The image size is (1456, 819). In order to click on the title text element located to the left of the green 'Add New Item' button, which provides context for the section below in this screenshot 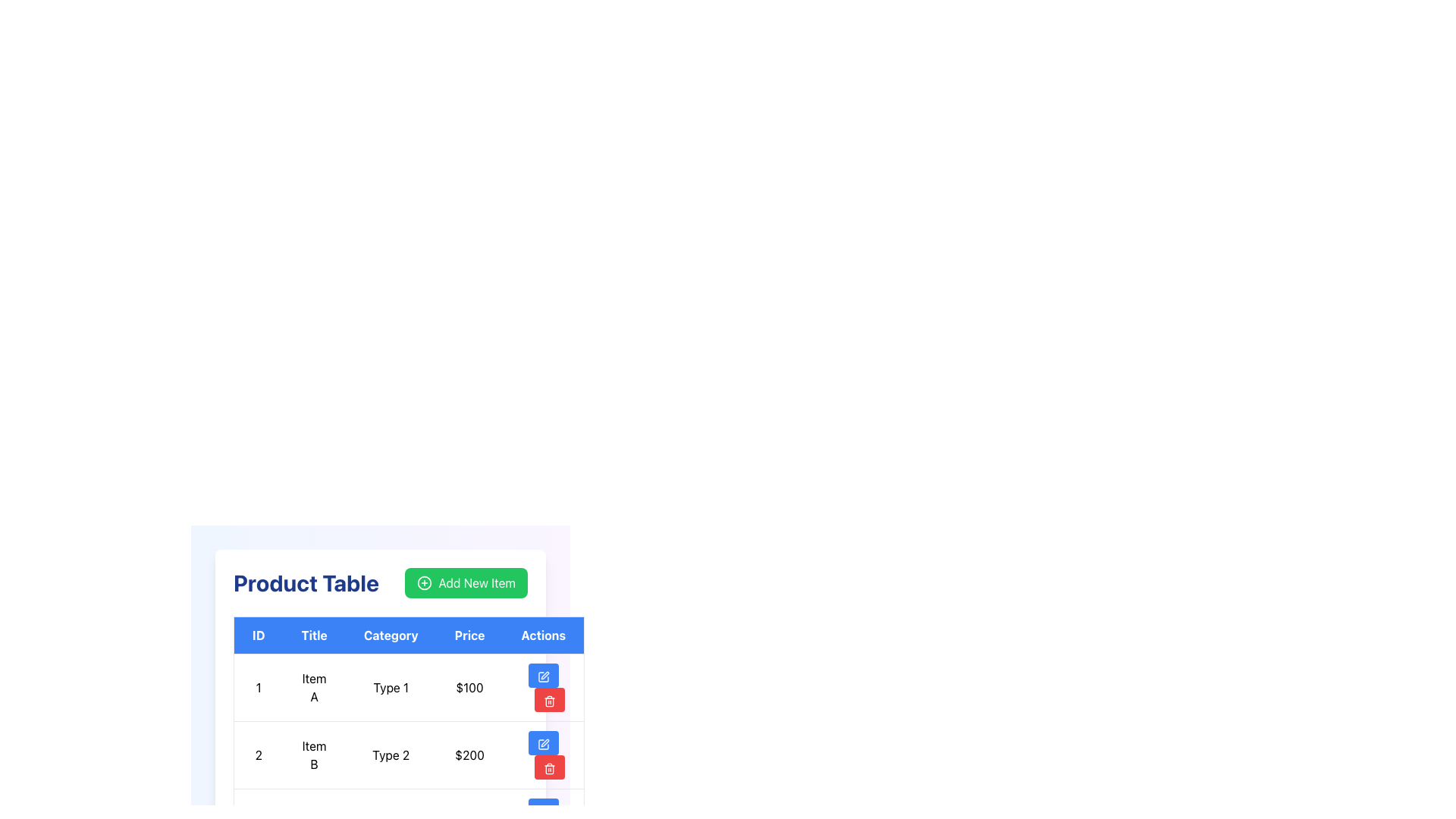, I will do `click(305, 582)`.